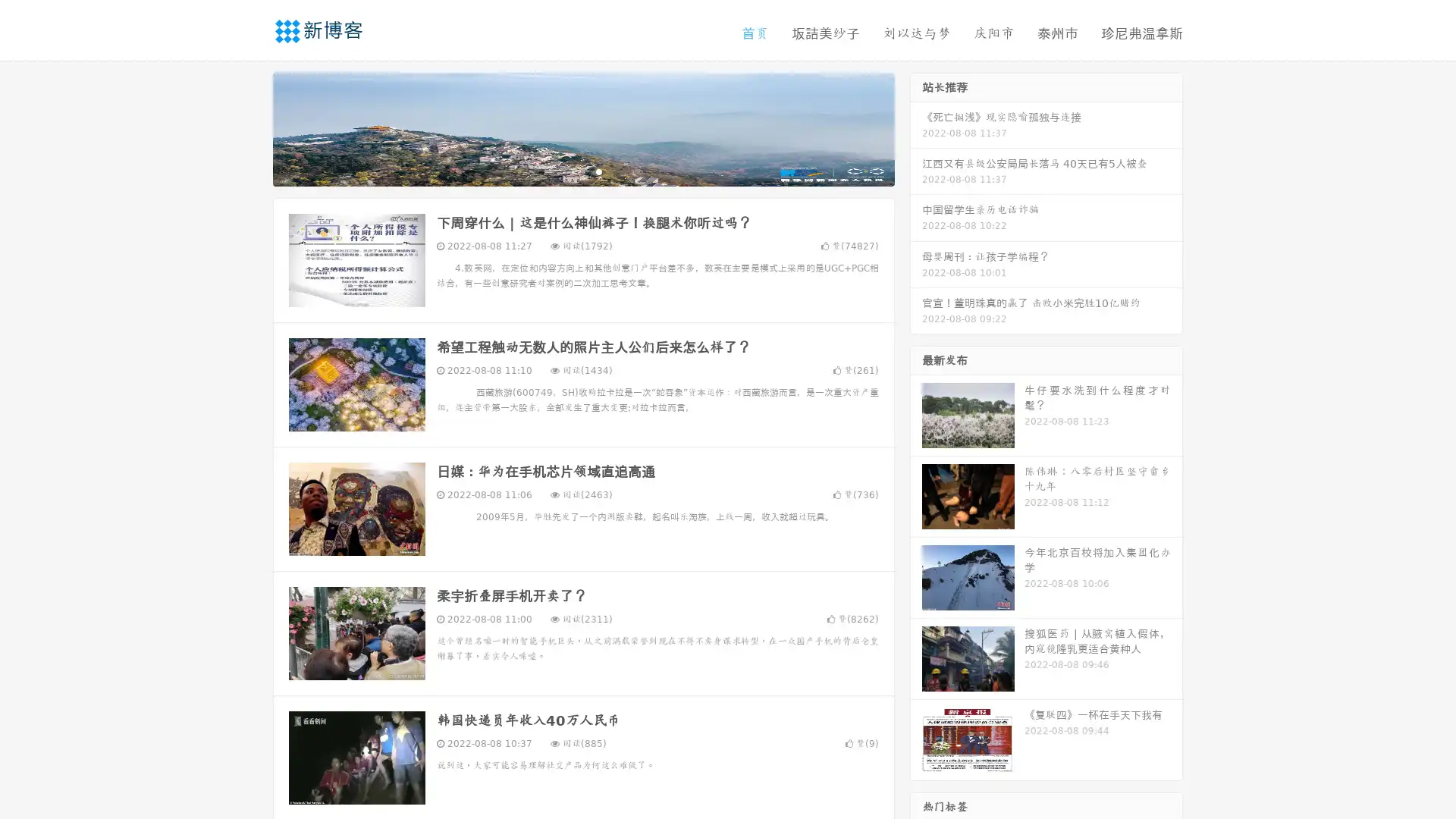 The height and width of the screenshot is (819, 1456). I want to click on Go to slide 2, so click(582, 171).